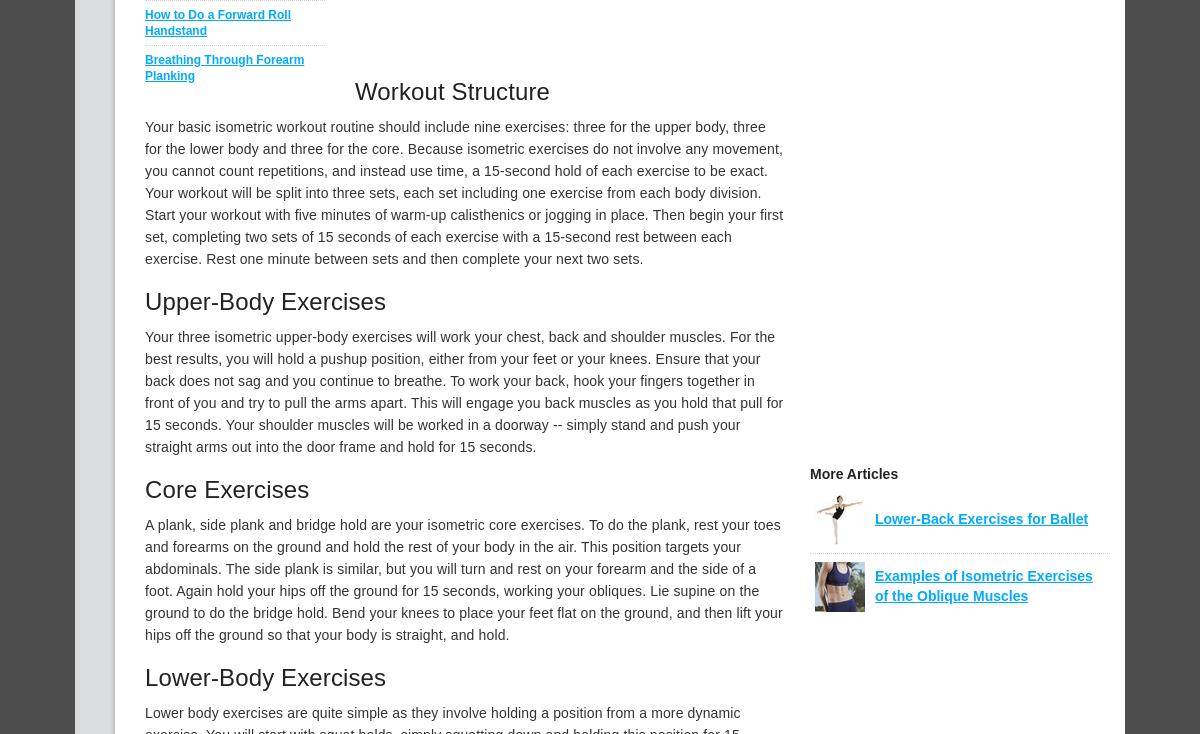 This screenshot has width=1200, height=734. I want to click on 'More Articles', so click(853, 474).